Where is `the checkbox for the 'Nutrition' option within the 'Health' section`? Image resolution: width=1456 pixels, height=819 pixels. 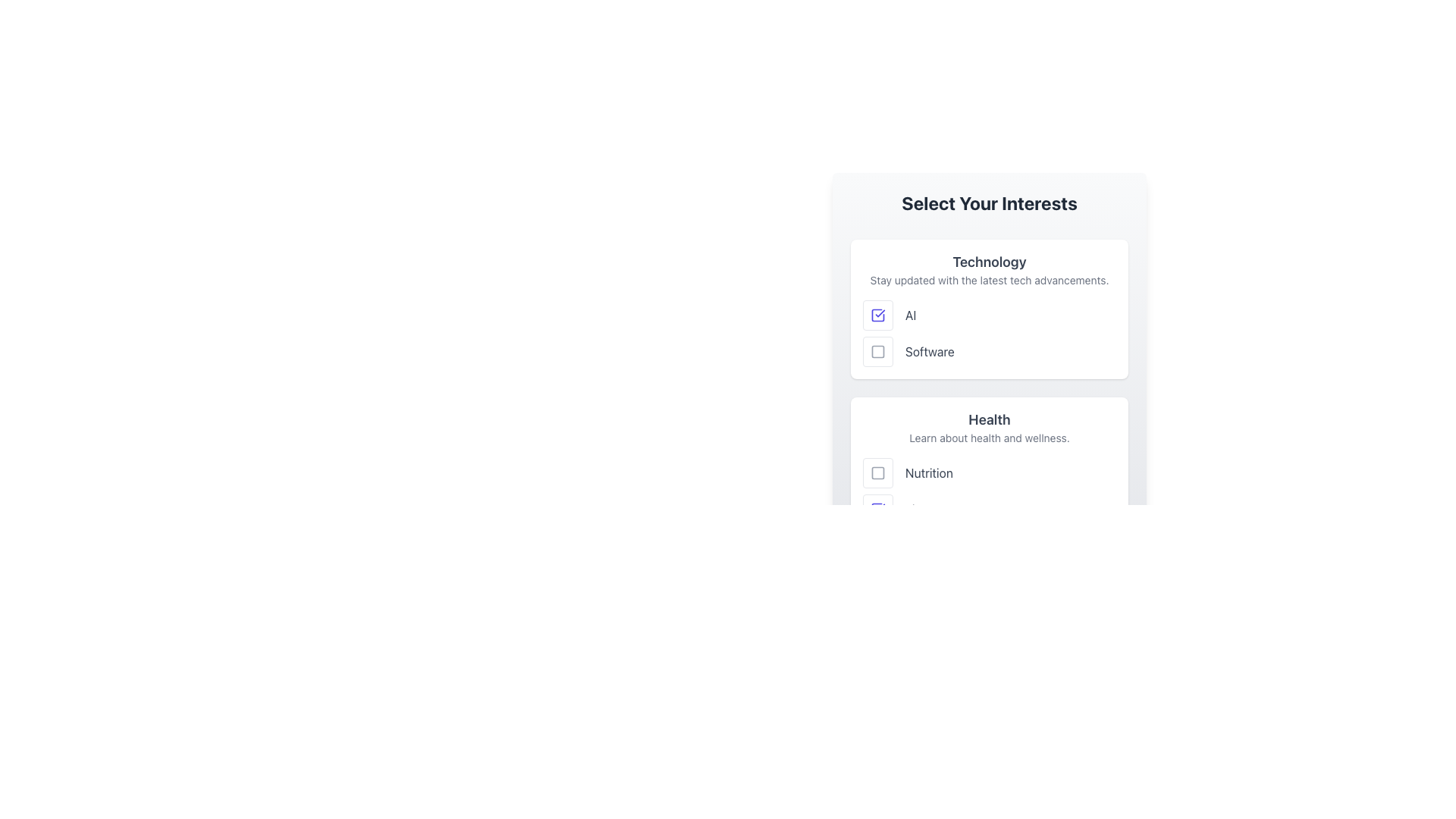
the checkbox for the 'Nutrition' option within the 'Health' section is located at coordinates (877, 472).